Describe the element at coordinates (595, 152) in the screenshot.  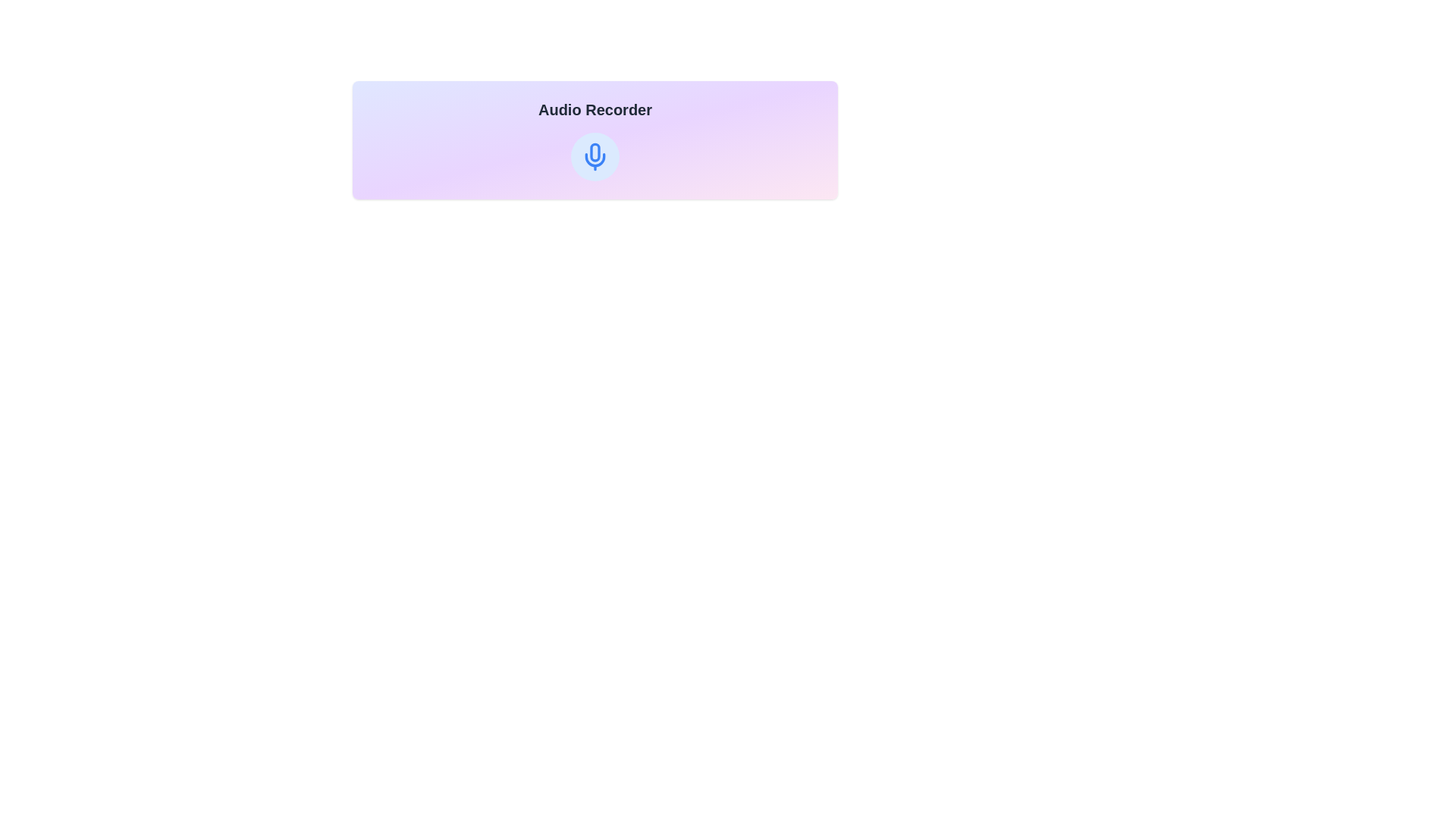
I see `the microphone icon, which is a vertical oval shape within a circular button, located below the 'Audio Recorder' heading` at that location.